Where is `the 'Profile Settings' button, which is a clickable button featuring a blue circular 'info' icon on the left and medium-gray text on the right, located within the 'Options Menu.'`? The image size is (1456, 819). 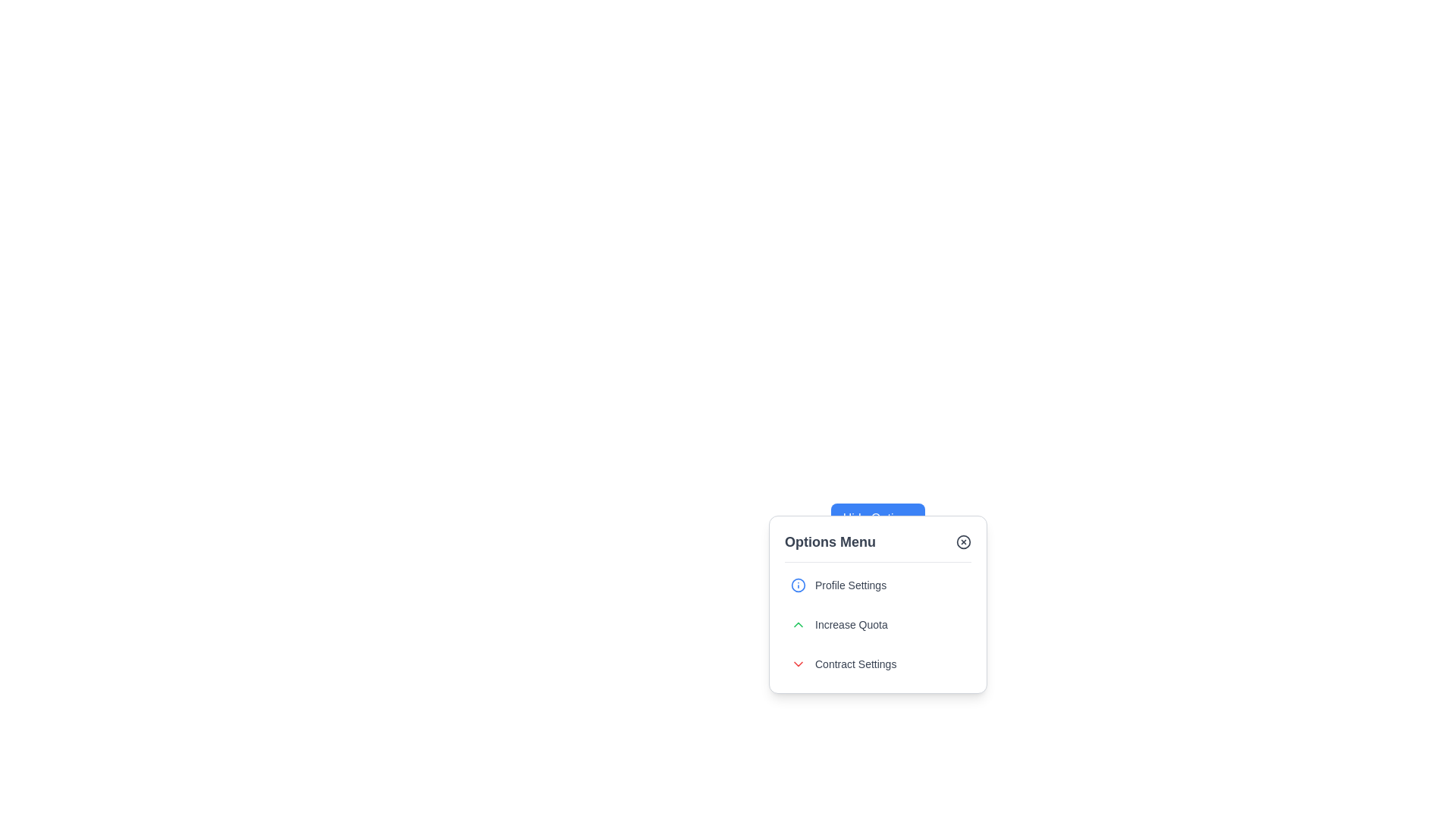
the 'Profile Settings' button, which is a clickable button featuring a blue circular 'info' icon on the left and medium-gray text on the right, located within the 'Options Menu.' is located at coordinates (877, 584).